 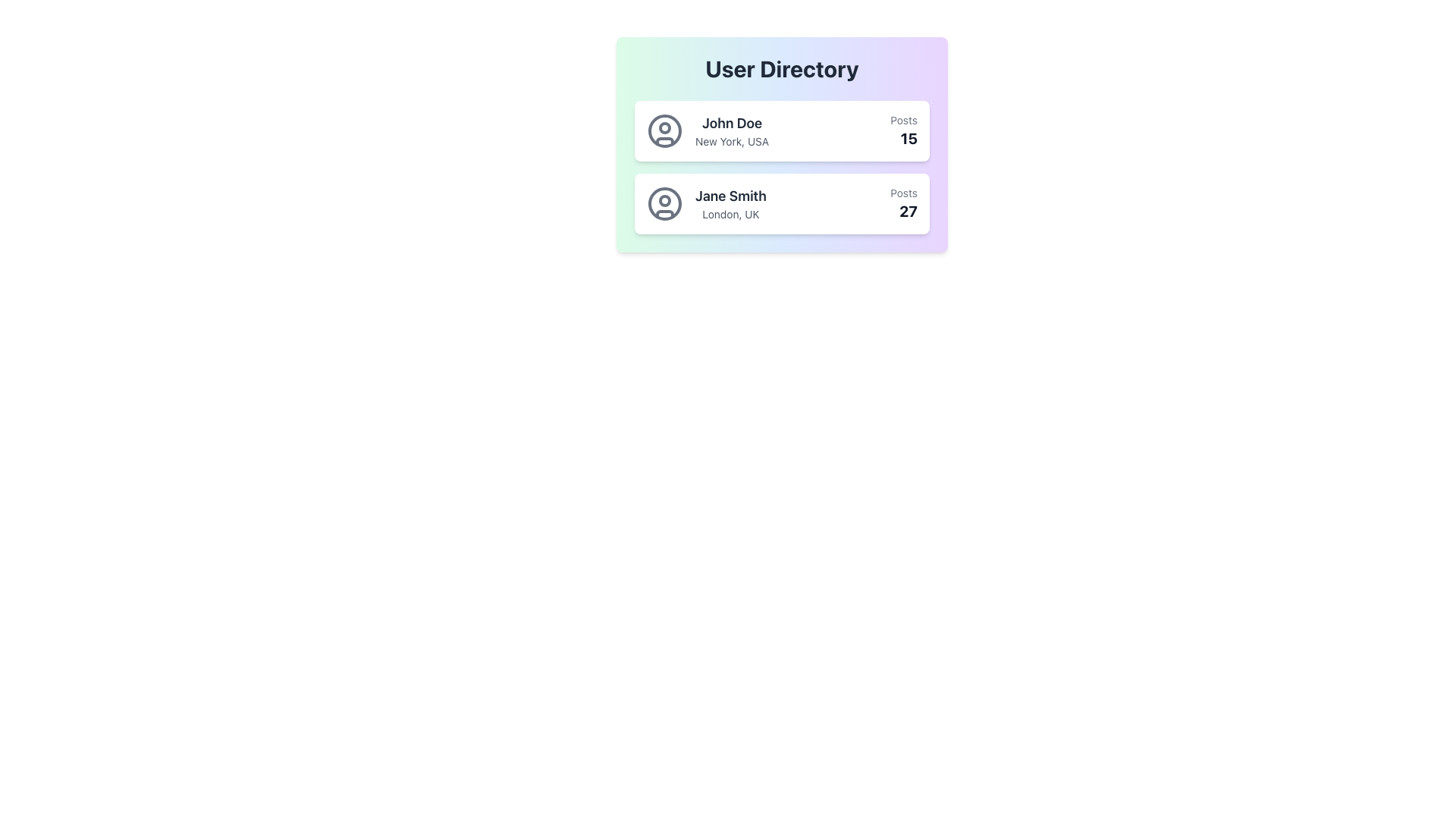 I want to click on displayed information from the text block containing 'John Doe' and 'New York, USA', located in the upper section of the user directory card, so click(x=732, y=130).